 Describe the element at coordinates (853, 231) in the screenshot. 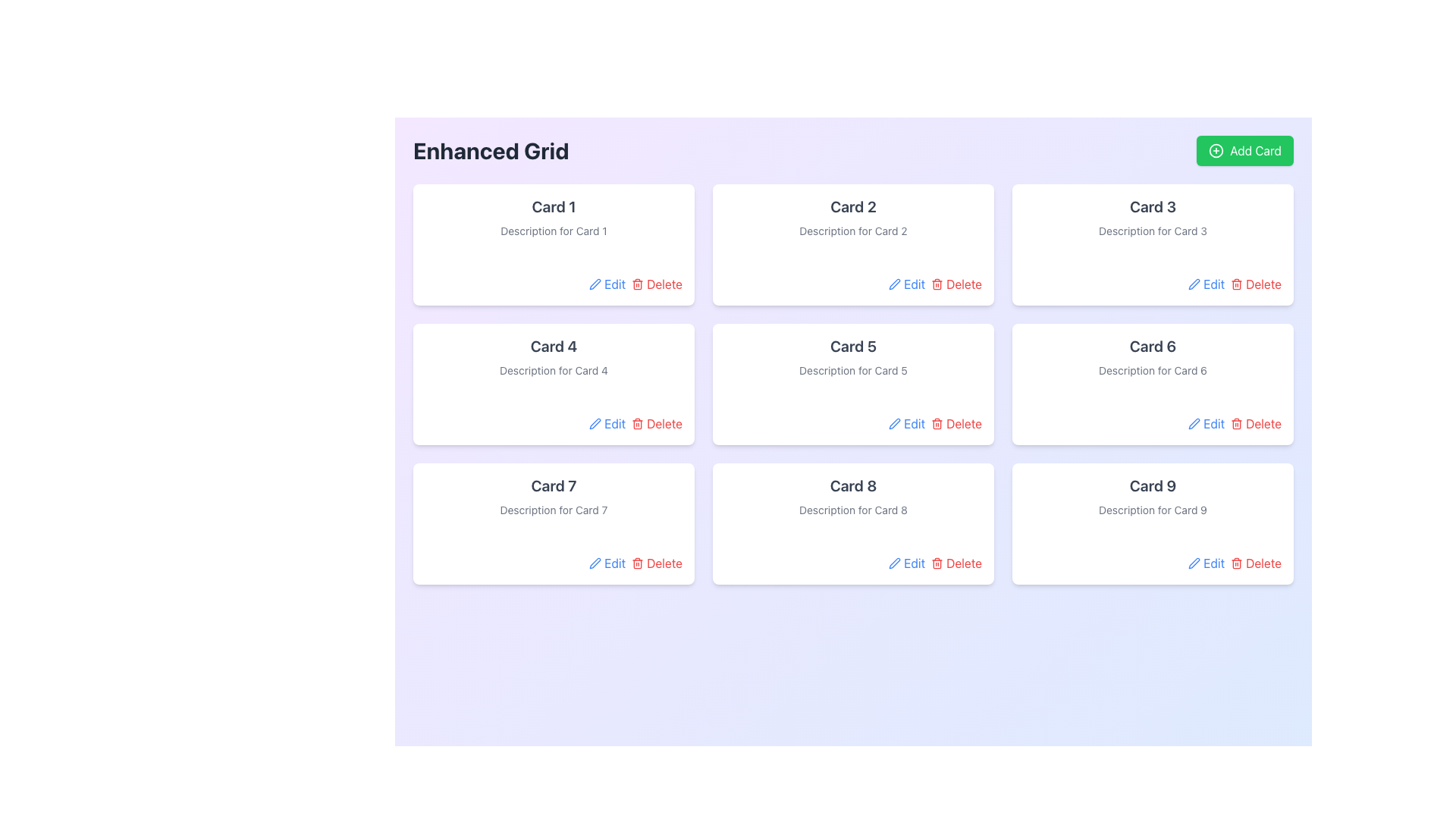

I see `the text element that displays 'Description for Card 2', located in the second column of the first row under the title 'Card 2'` at that location.